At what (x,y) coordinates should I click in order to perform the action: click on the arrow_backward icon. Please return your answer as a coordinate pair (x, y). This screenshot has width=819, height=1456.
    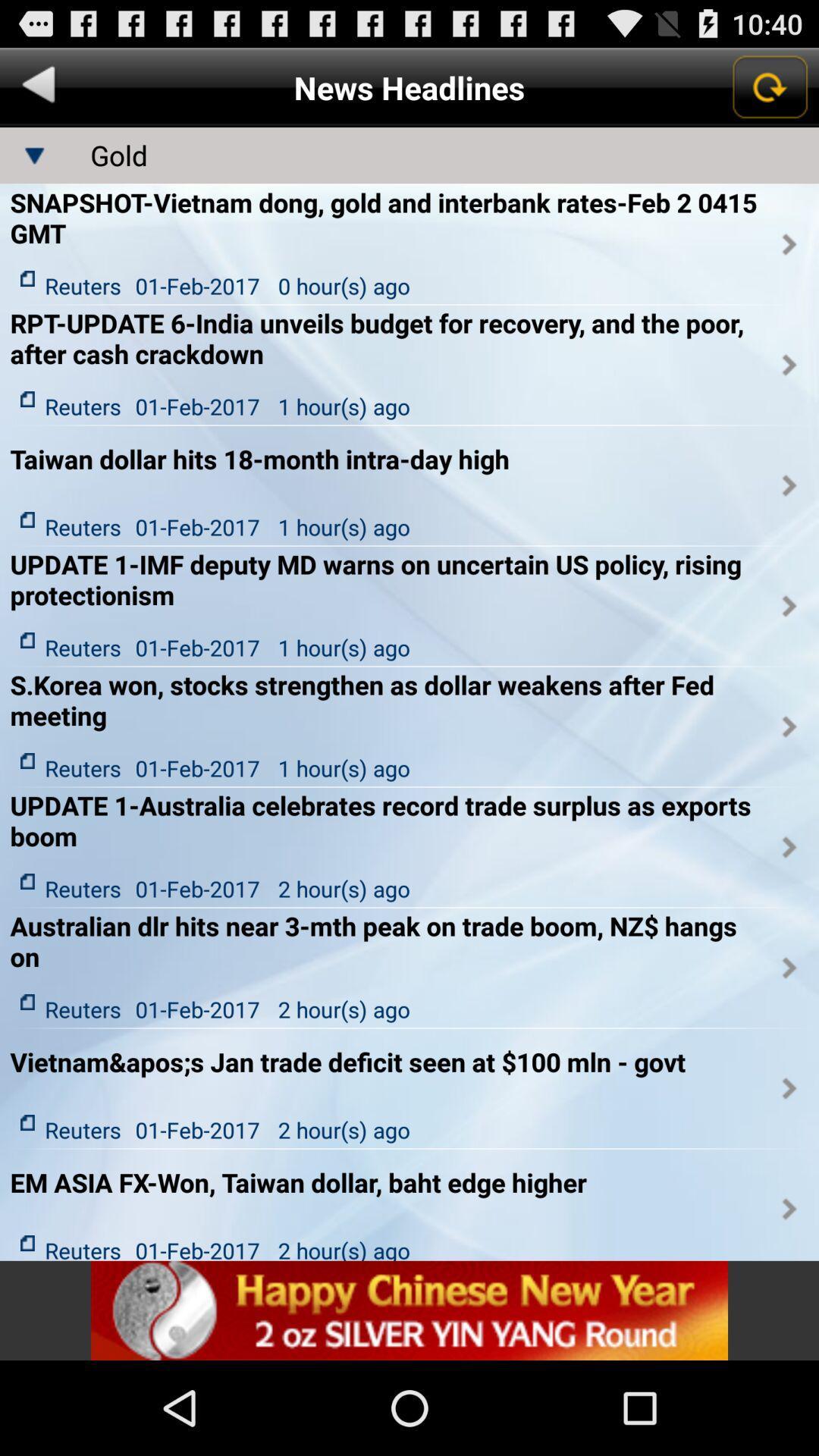
    Looking at the image, I should click on (38, 93).